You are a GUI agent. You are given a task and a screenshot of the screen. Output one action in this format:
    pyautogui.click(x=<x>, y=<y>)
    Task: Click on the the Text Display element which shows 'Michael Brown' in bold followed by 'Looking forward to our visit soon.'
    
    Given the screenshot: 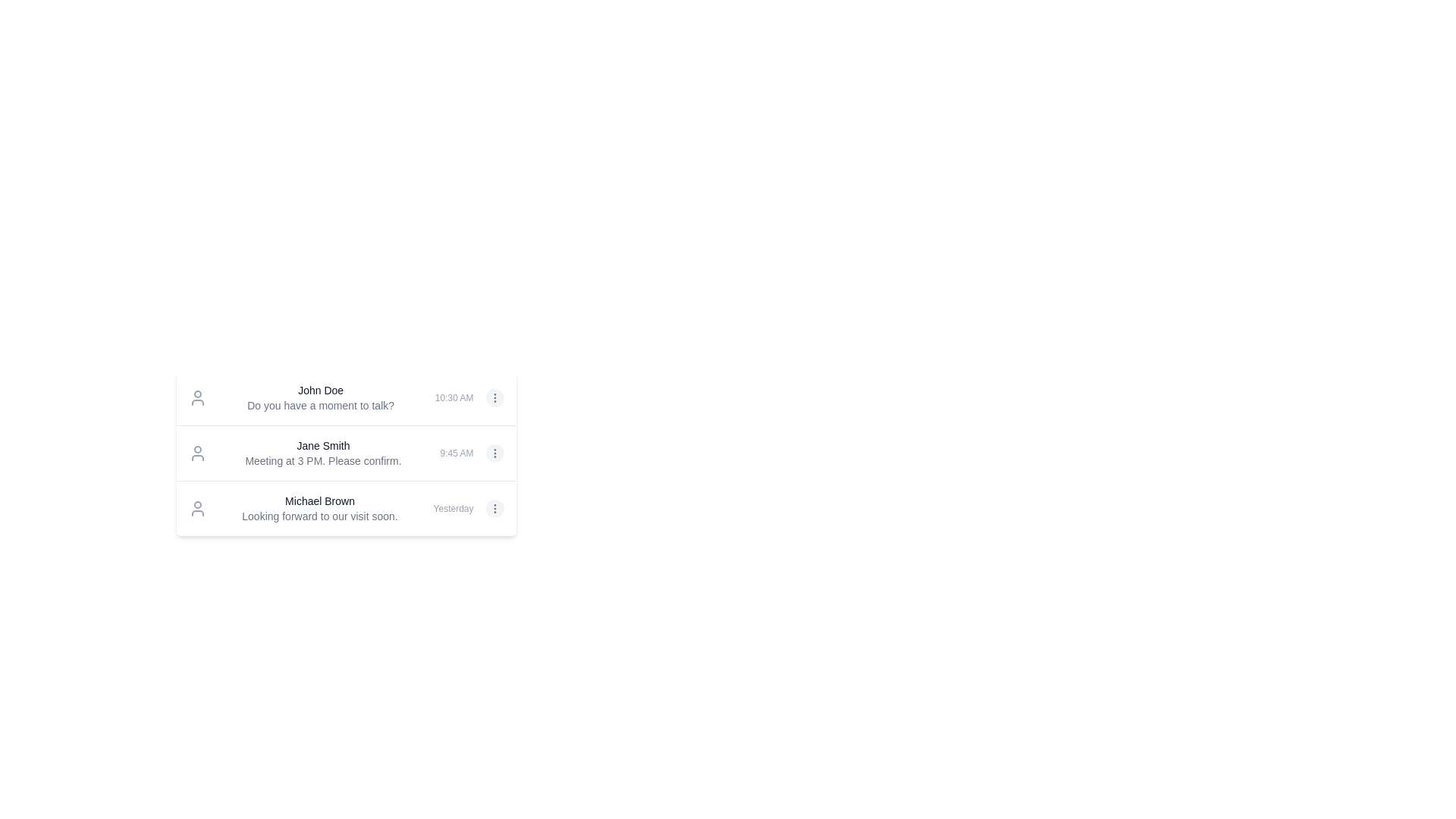 What is the action you would take?
    pyautogui.click(x=319, y=509)
    